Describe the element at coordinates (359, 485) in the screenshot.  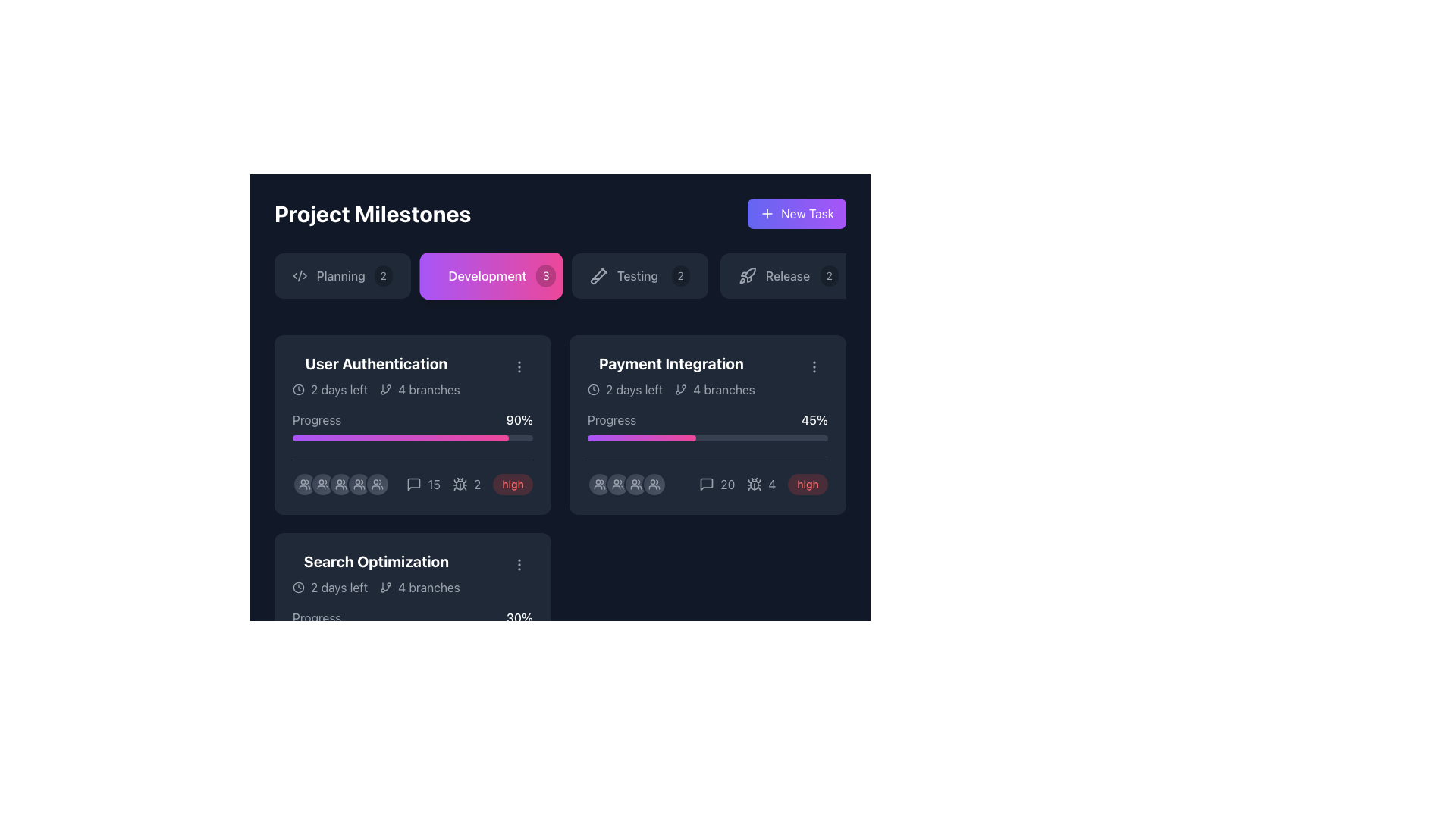
I see `the user group icon representing team members in the 'User Authentication' progress card` at that location.